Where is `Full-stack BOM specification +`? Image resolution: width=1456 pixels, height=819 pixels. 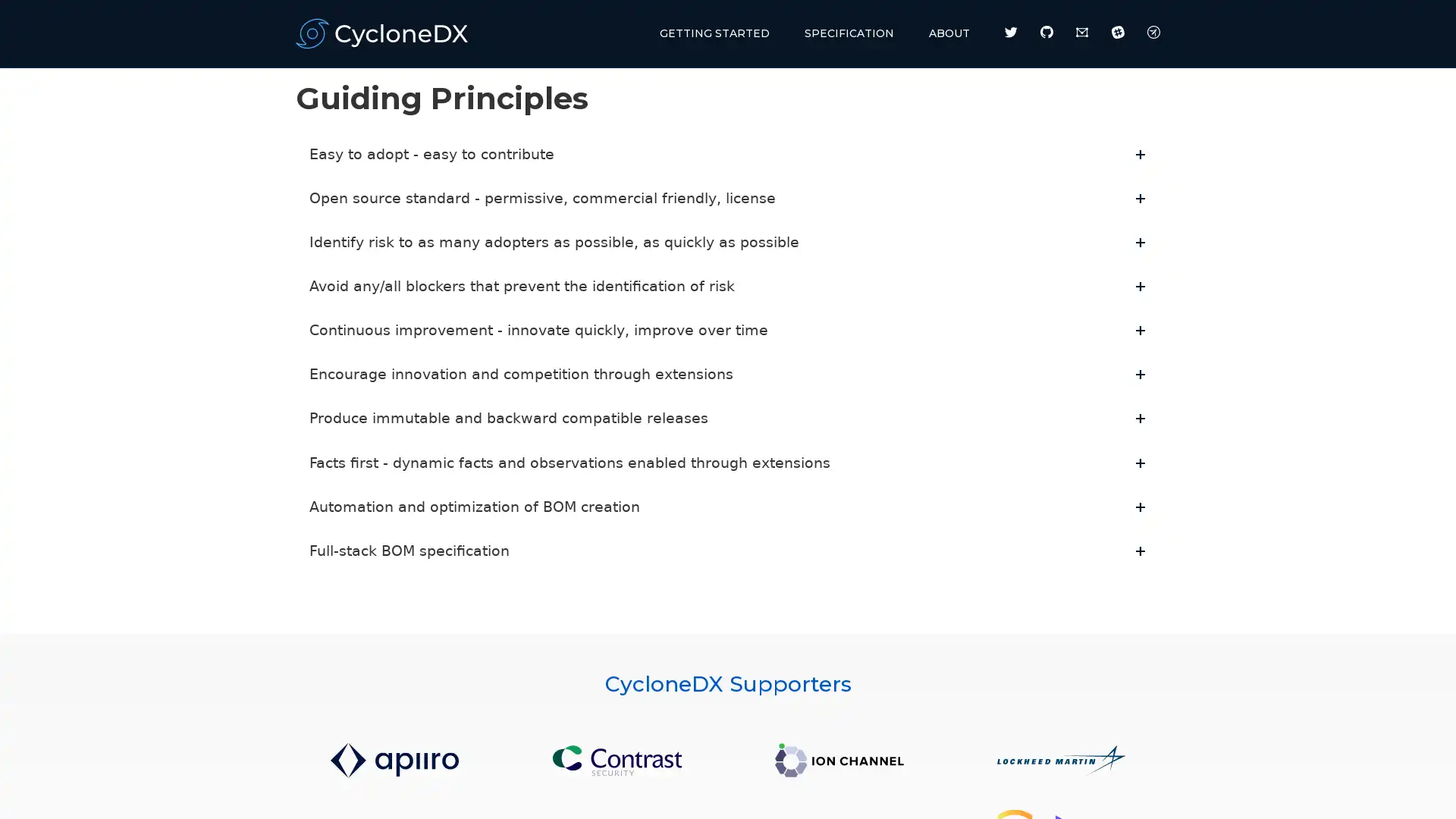 Full-stack BOM specification + is located at coordinates (728, 550).